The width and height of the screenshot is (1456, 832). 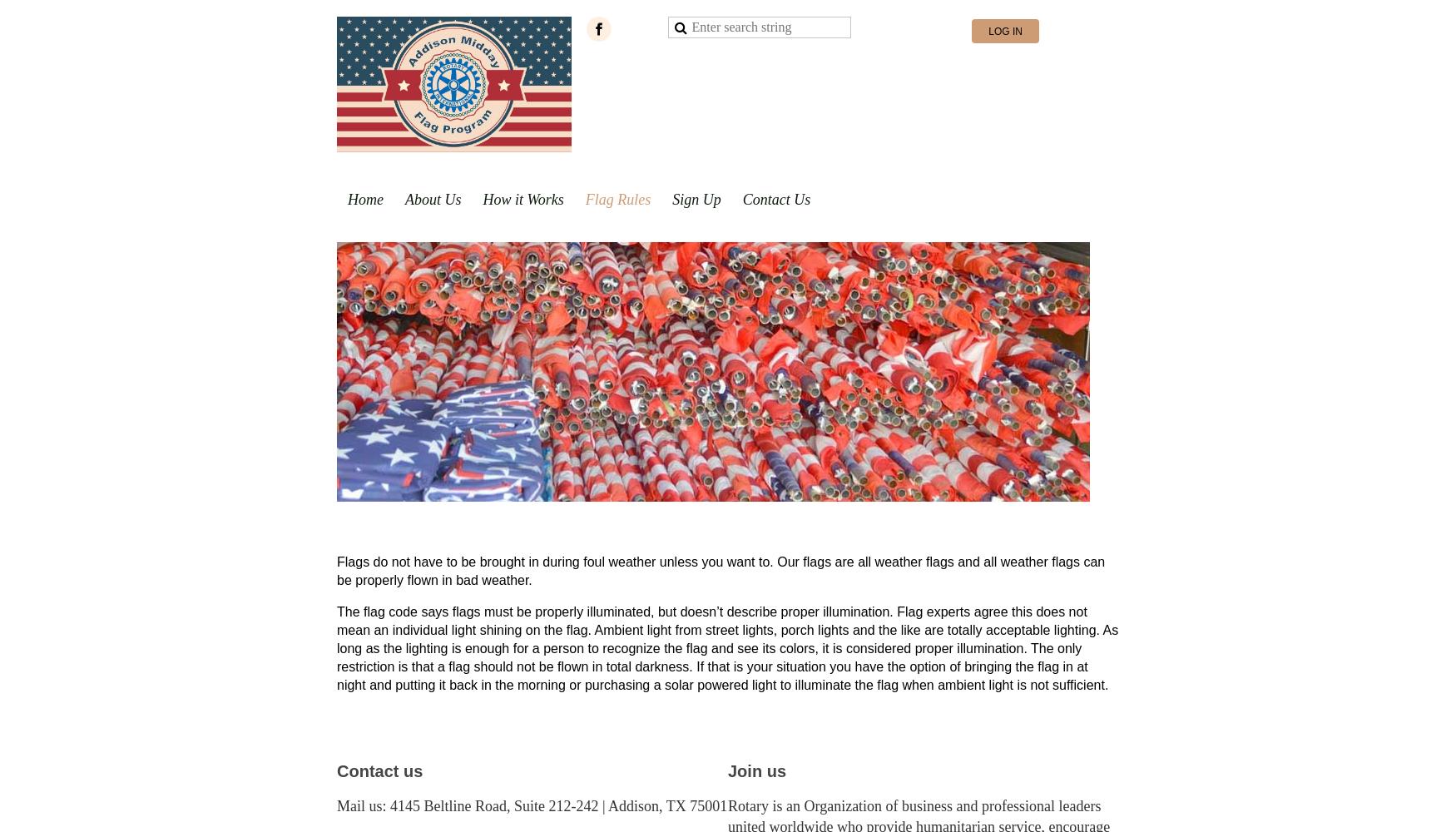 I want to click on 'Flags do not have to be brought in during foul weather unless you want to. Our flags are all weather flags and all weather flags can be properly flown in bad weather.', so click(x=335, y=571).